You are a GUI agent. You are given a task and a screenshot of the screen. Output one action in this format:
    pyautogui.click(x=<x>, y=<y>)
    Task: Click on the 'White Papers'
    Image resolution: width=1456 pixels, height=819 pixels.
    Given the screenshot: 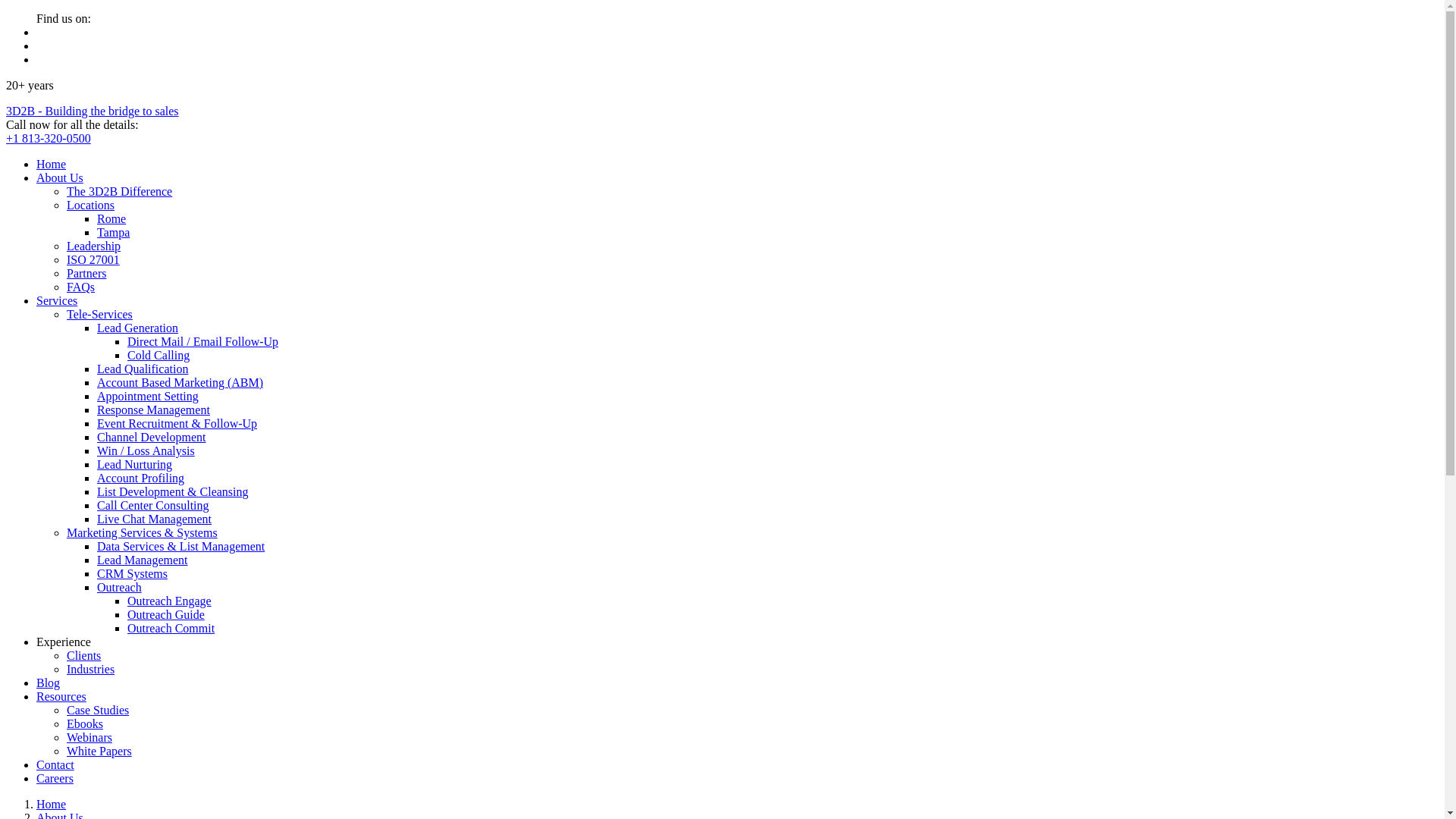 What is the action you would take?
    pyautogui.click(x=65, y=751)
    